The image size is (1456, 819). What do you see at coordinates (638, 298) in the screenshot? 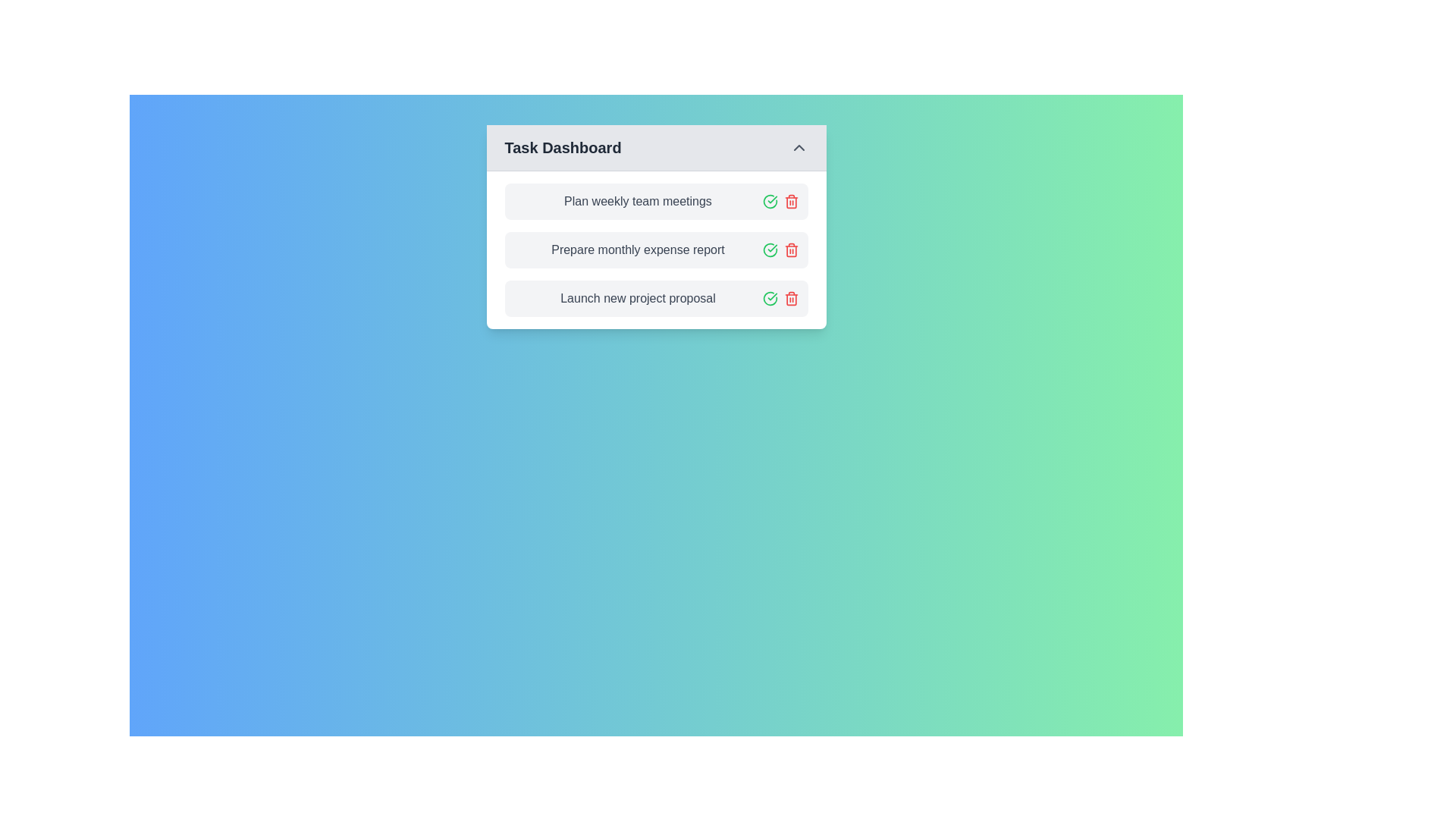
I see `the static text label that serves as the display text for the third task item in the 'Task Dashboard' list, located below the second task item labeled 'Prepare monthly expense report'` at bounding box center [638, 298].